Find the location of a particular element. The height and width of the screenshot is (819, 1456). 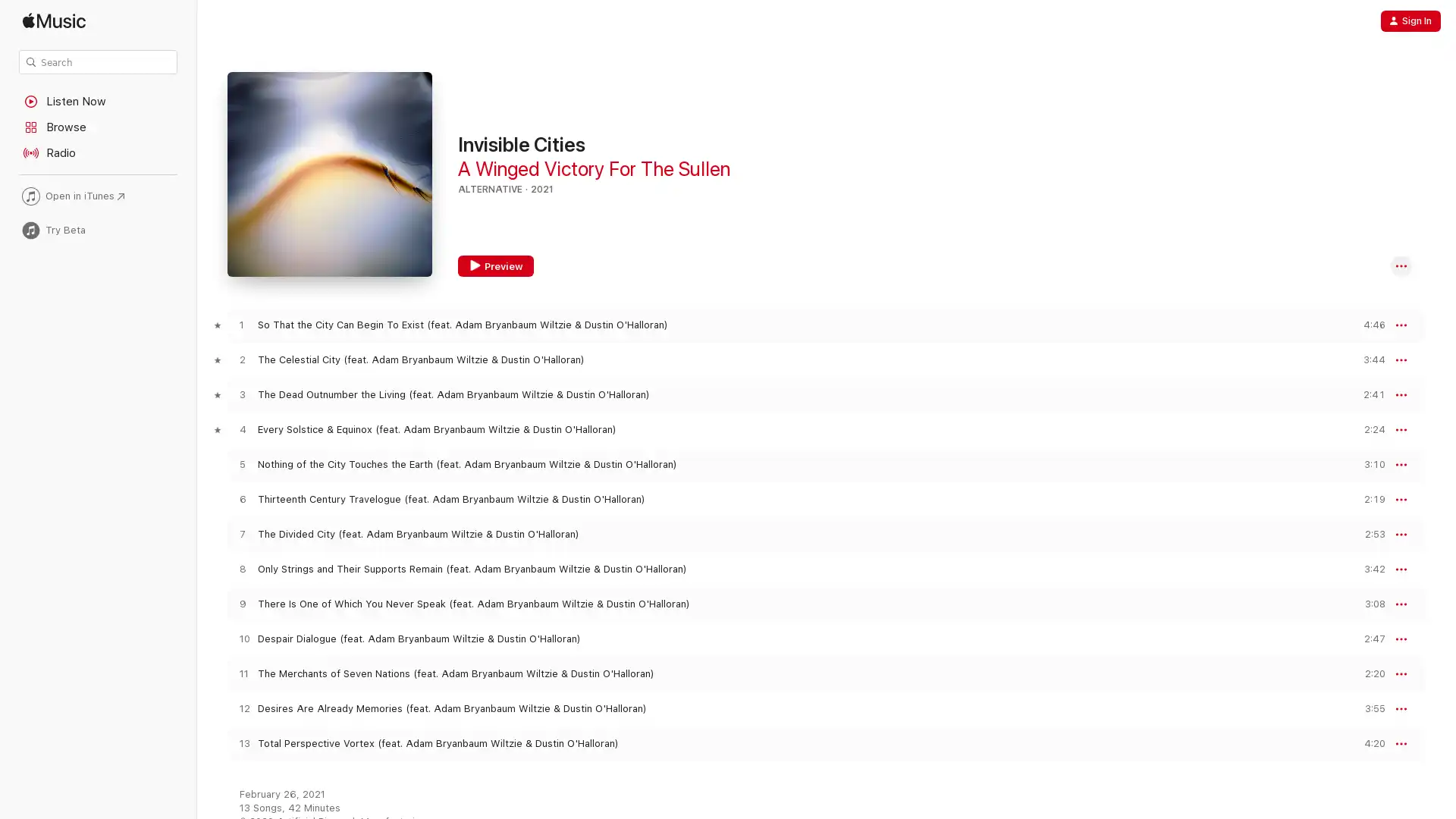

More is located at coordinates (1401, 430).